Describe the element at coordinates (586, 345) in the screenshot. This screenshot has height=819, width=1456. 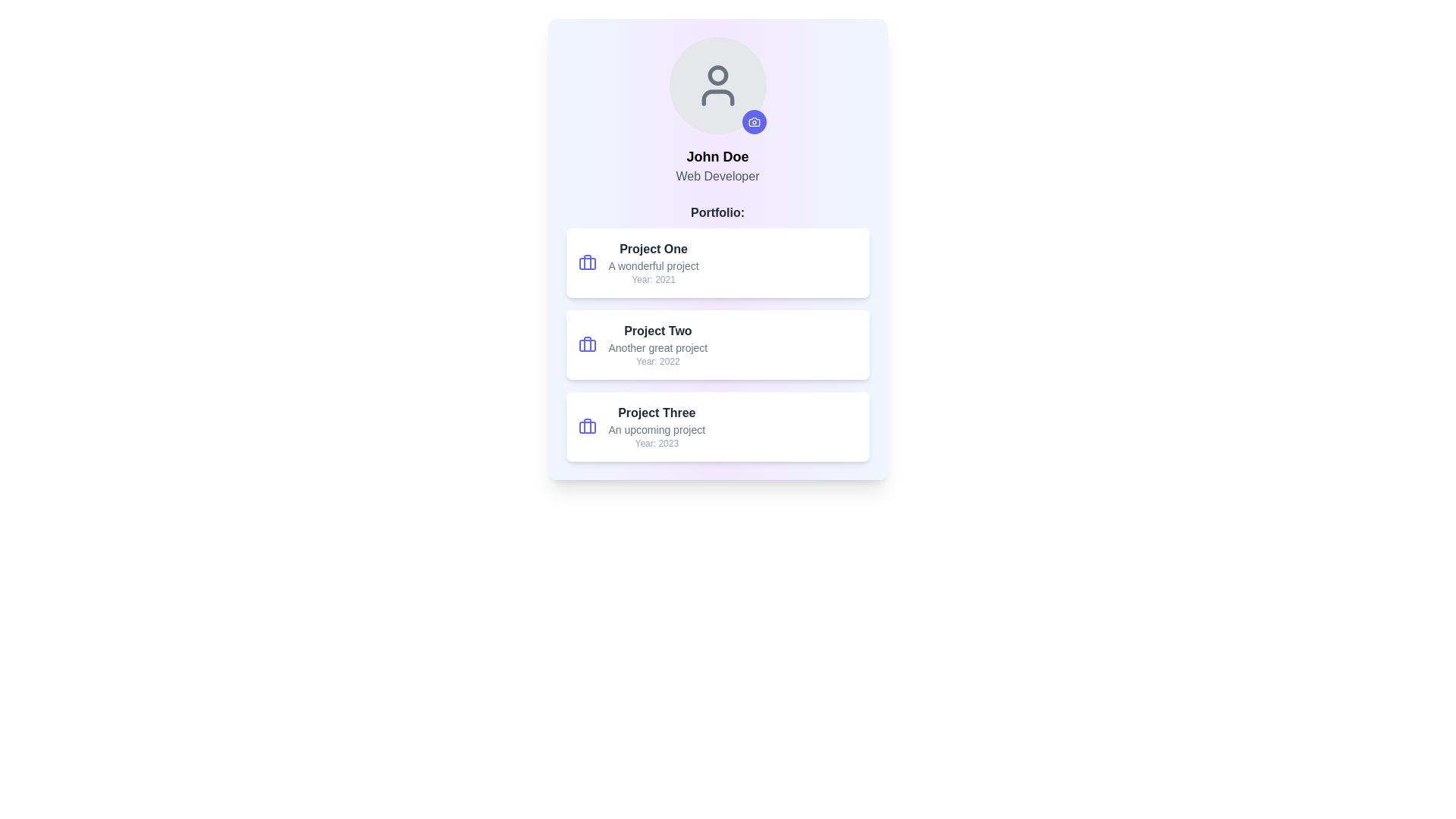
I see `the graphical background of the briefcase icon representing 'Project Two' in the portfolio list` at that location.